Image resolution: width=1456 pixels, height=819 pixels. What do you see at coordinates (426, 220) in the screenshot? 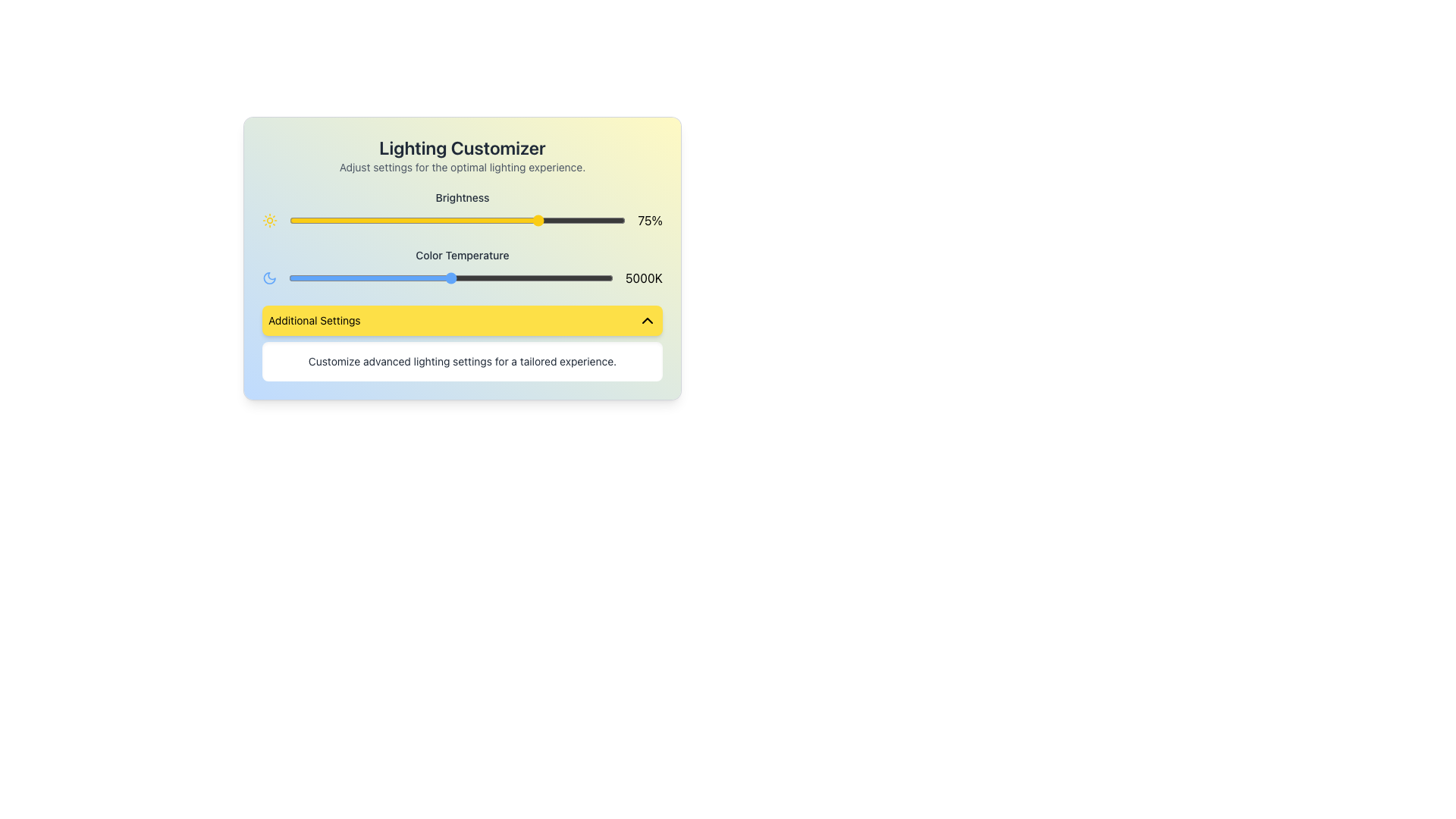
I see `the brightness level` at bounding box center [426, 220].